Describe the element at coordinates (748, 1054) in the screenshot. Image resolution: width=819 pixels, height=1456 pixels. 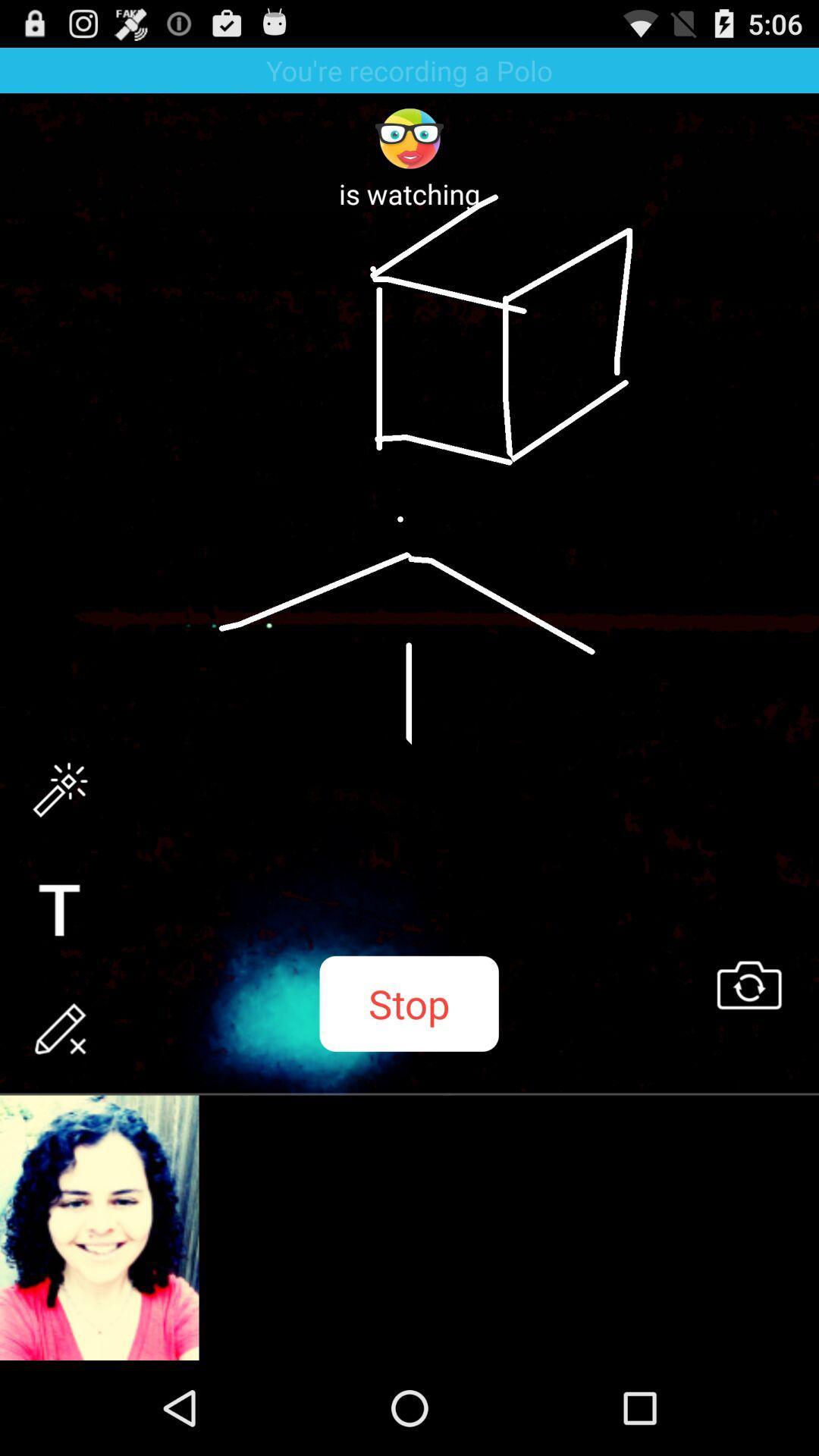
I see `the swap icon` at that location.